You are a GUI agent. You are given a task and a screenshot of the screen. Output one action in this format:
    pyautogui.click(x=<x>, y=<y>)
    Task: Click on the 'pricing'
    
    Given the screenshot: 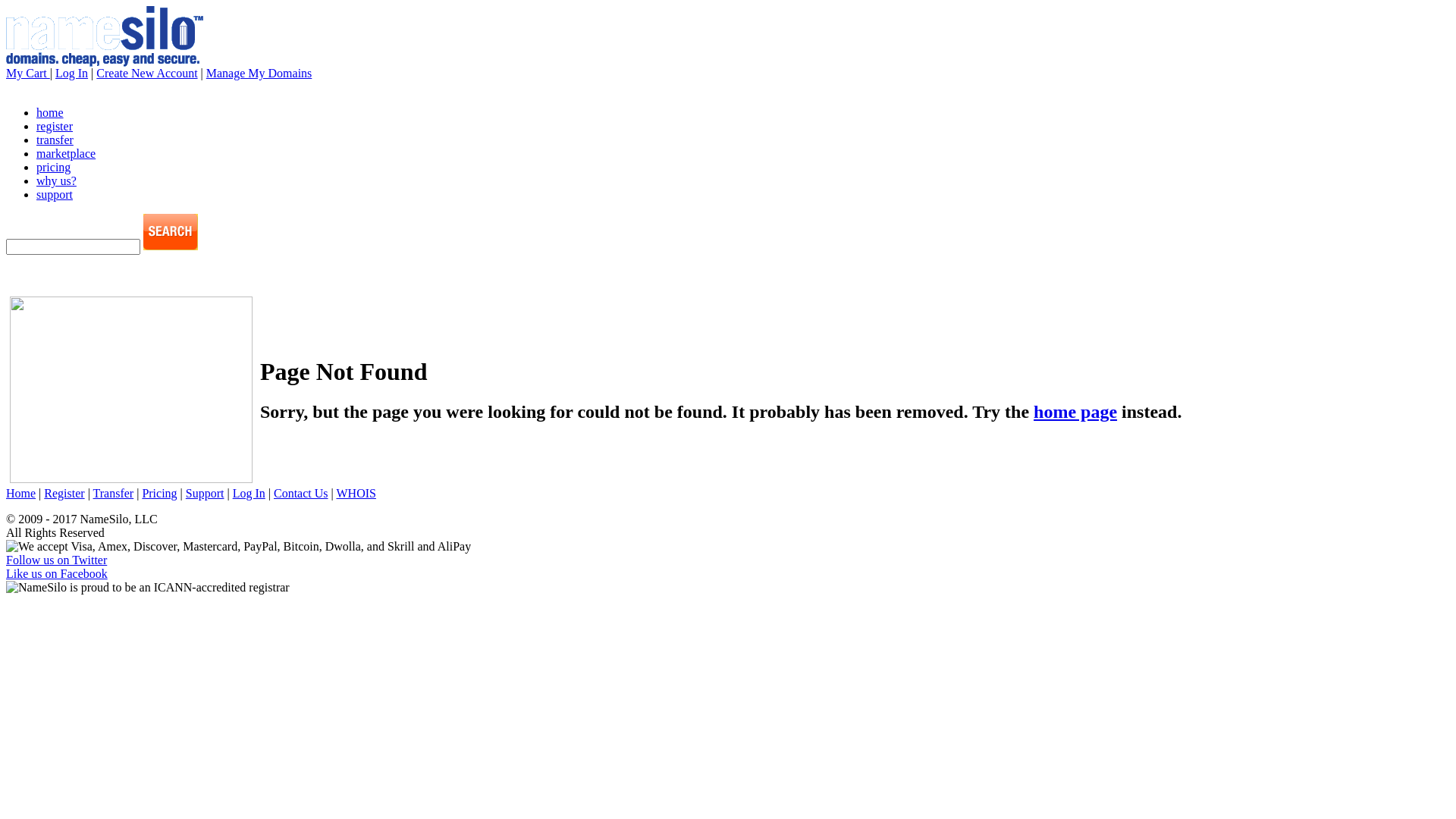 What is the action you would take?
    pyautogui.click(x=53, y=167)
    